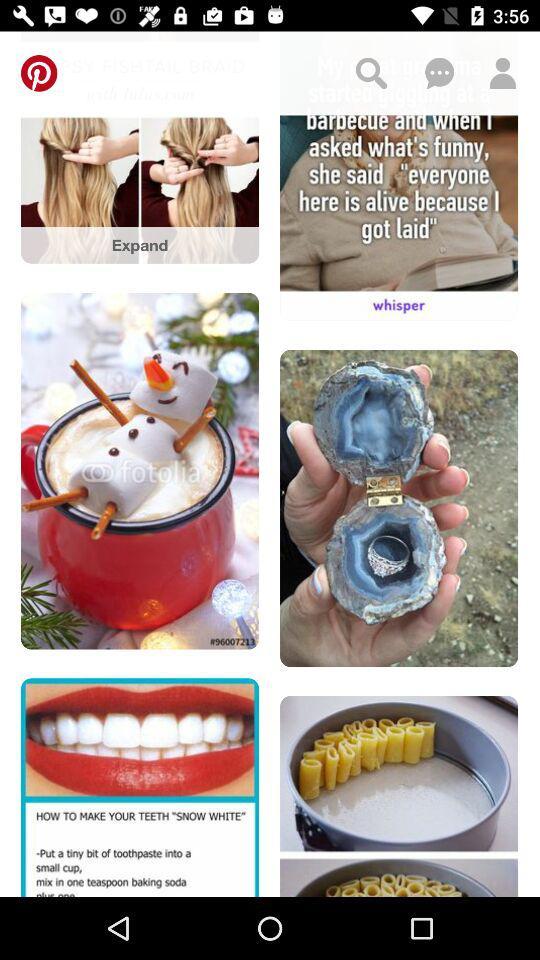 Image resolution: width=540 pixels, height=960 pixels. Describe the element at coordinates (370, 73) in the screenshot. I see `search` at that location.